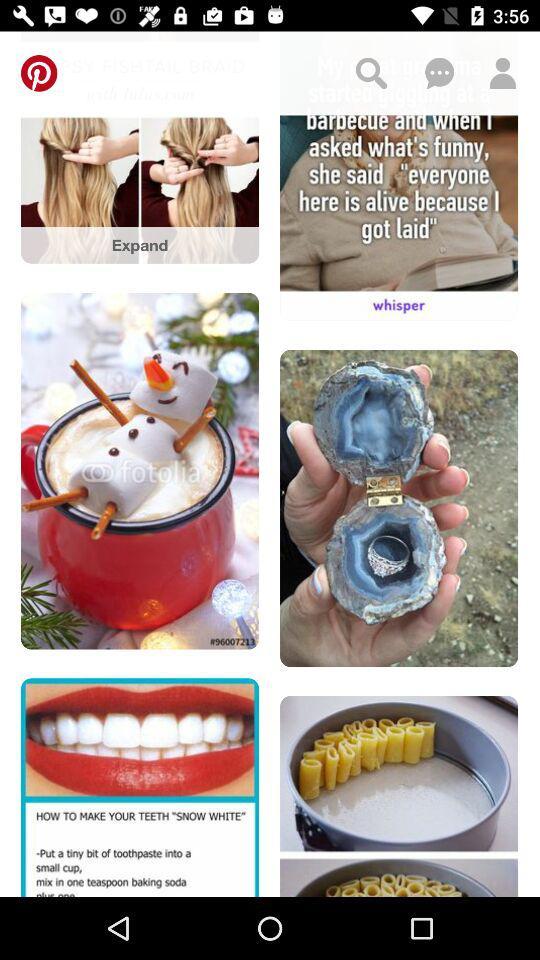 Image resolution: width=540 pixels, height=960 pixels. Describe the element at coordinates (370, 73) in the screenshot. I see `search` at that location.